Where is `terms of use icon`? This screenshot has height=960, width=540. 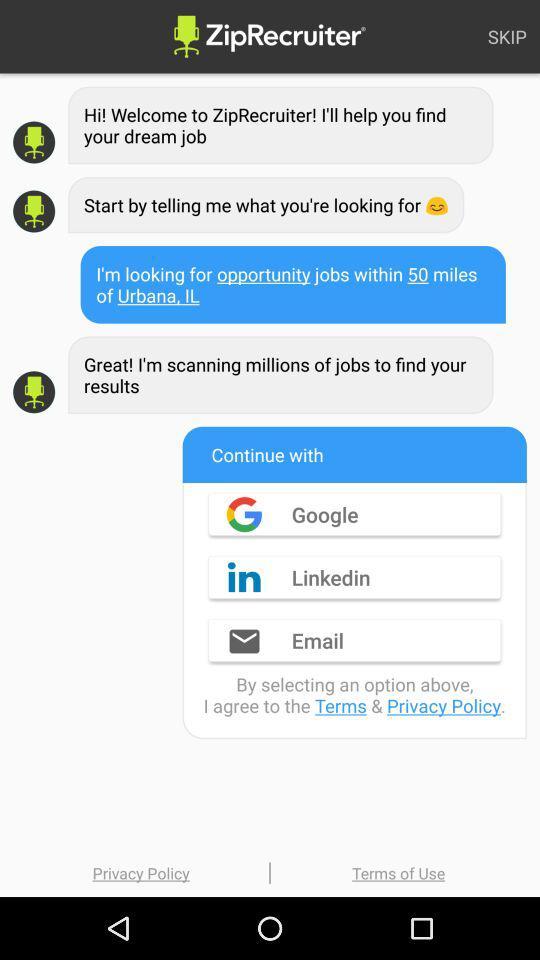 terms of use icon is located at coordinates (398, 872).